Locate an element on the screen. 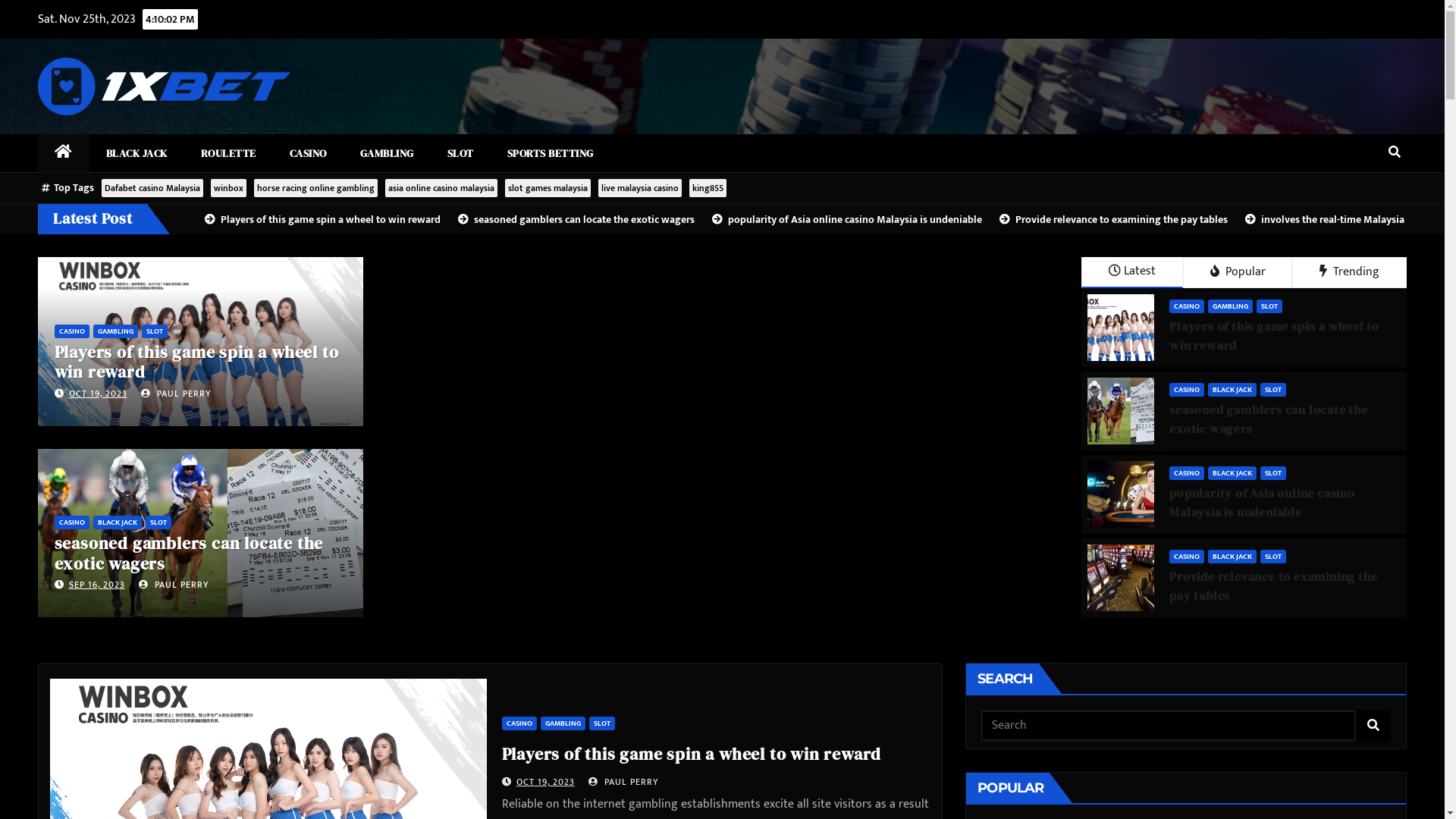 The image size is (1456, 819). 'Popular' is located at coordinates (1238, 271).